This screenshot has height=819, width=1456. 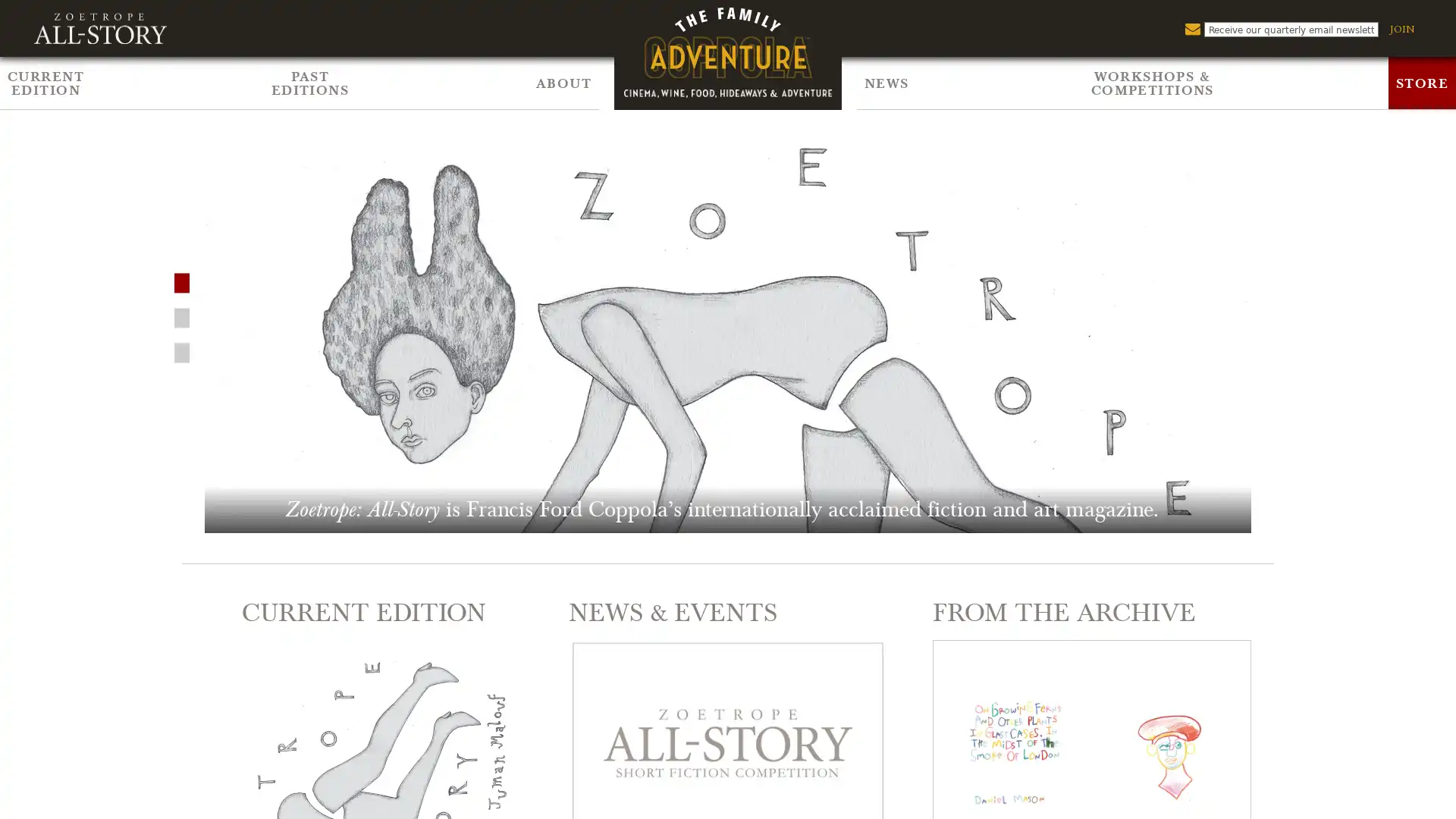 What do you see at coordinates (1401, 29) in the screenshot?
I see `JOIN` at bounding box center [1401, 29].